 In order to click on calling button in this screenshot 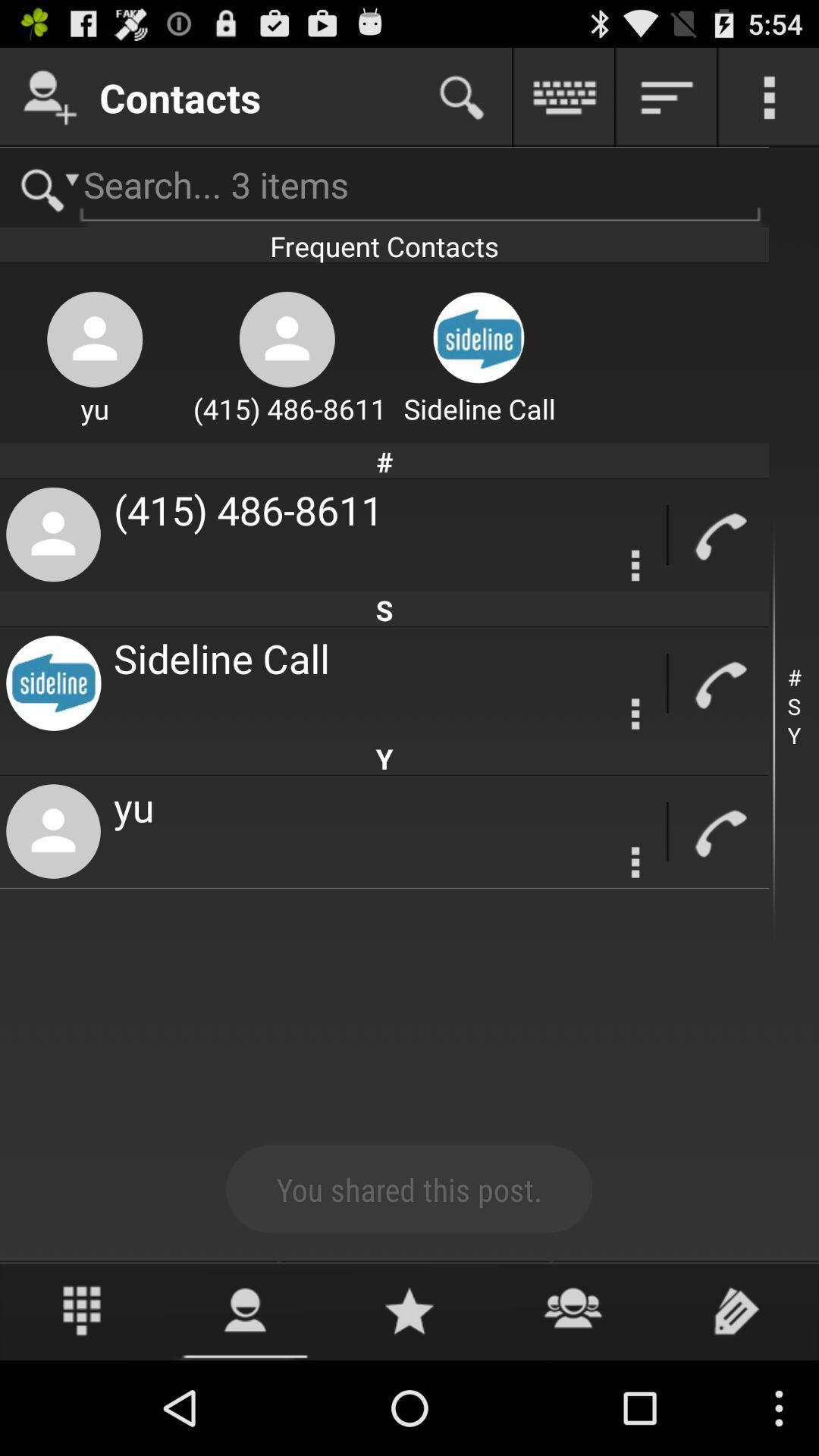, I will do `click(718, 682)`.